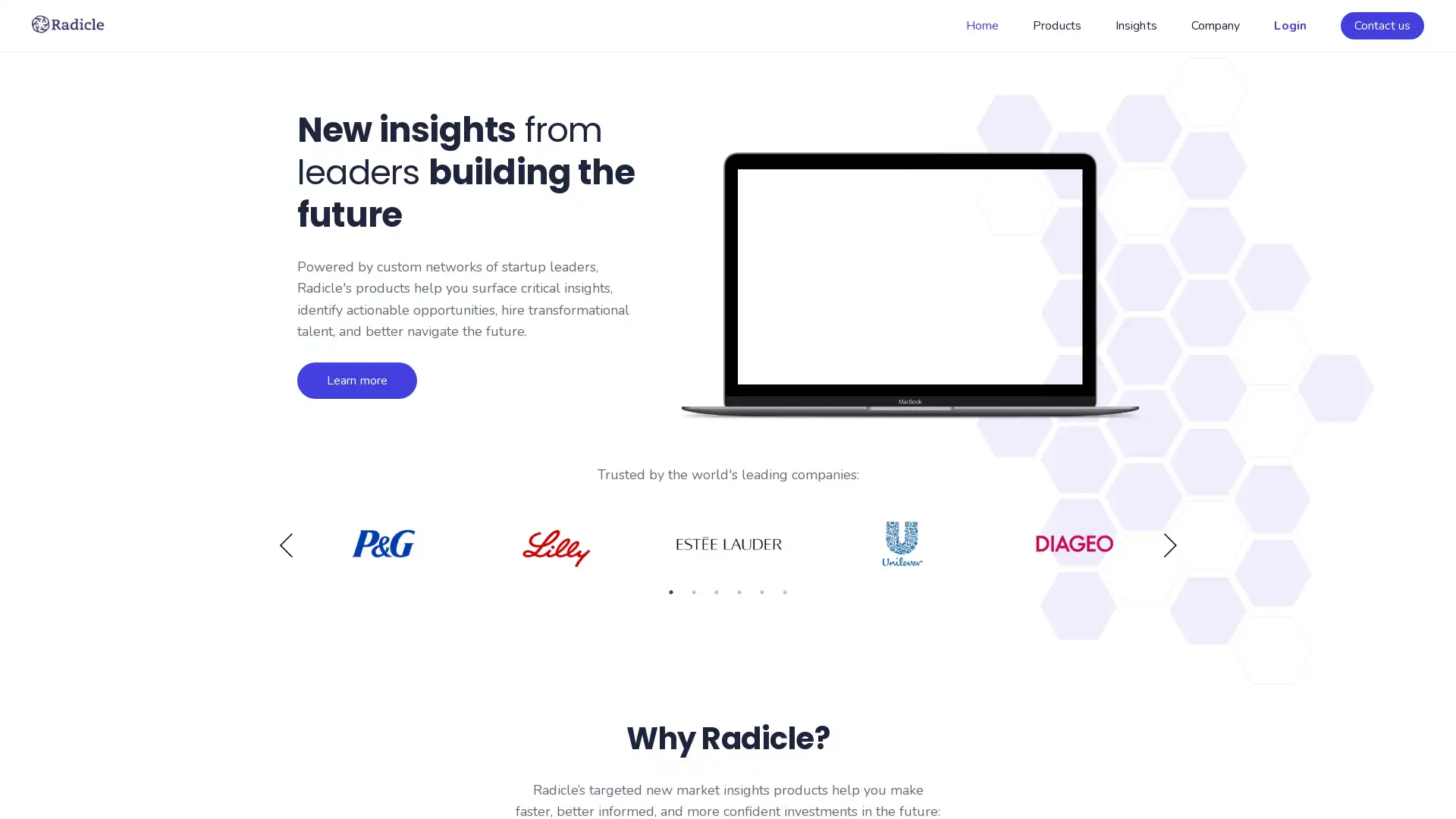  What do you see at coordinates (1169, 547) in the screenshot?
I see `next` at bounding box center [1169, 547].